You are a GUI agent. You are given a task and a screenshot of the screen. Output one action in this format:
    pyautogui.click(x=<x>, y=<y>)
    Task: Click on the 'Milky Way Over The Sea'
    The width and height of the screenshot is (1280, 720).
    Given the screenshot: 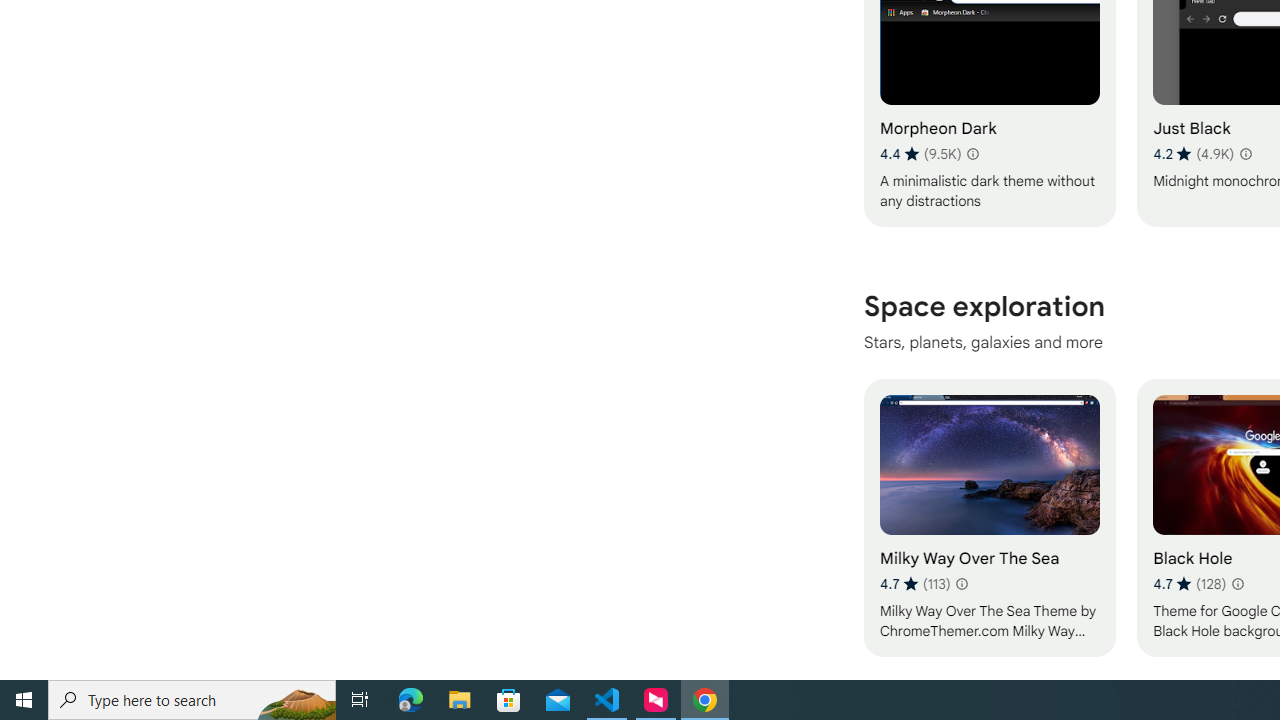 What is the action you would take?
    pyautogui.click(x=989, y=516)
    